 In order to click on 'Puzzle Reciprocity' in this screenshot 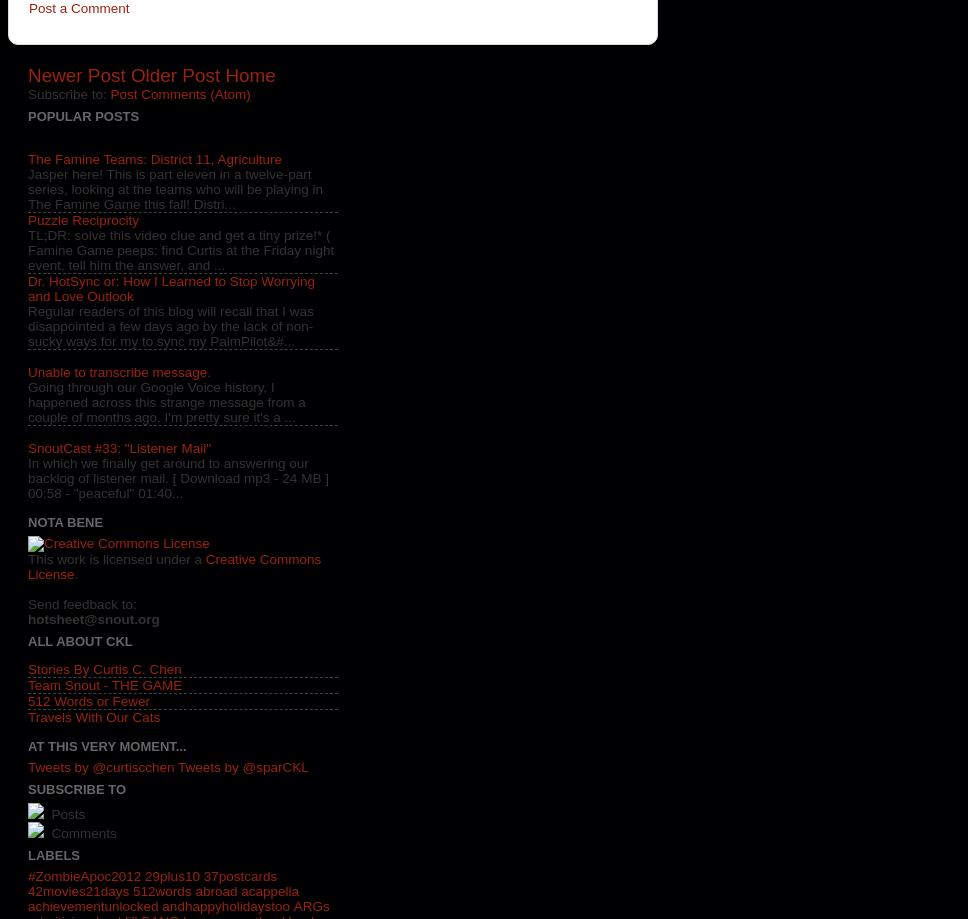, I will do `click(83, 220)`.